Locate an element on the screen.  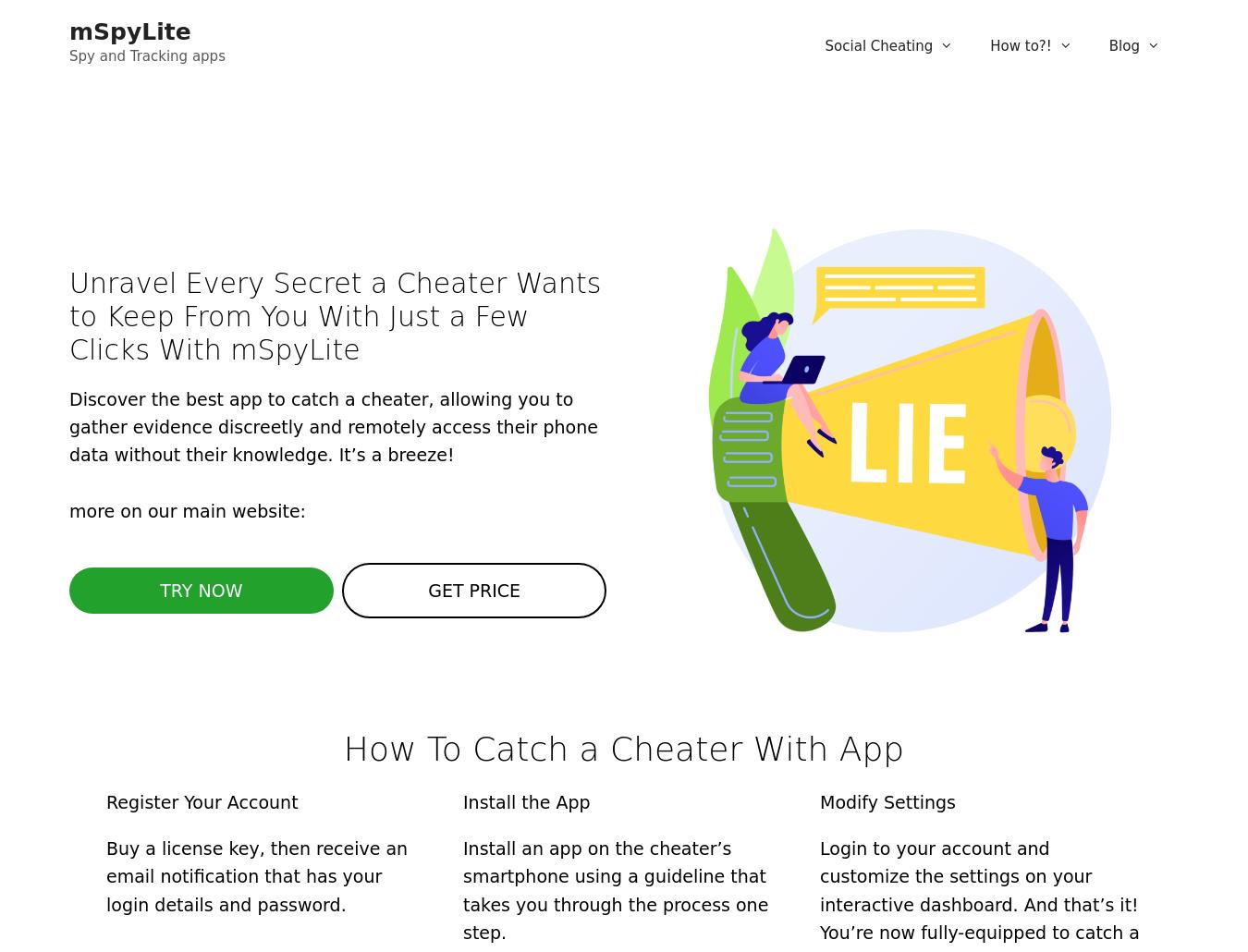
'Buy a license key, then receive an email notification that has your login details and password.' is located at coordinates (255, 874).